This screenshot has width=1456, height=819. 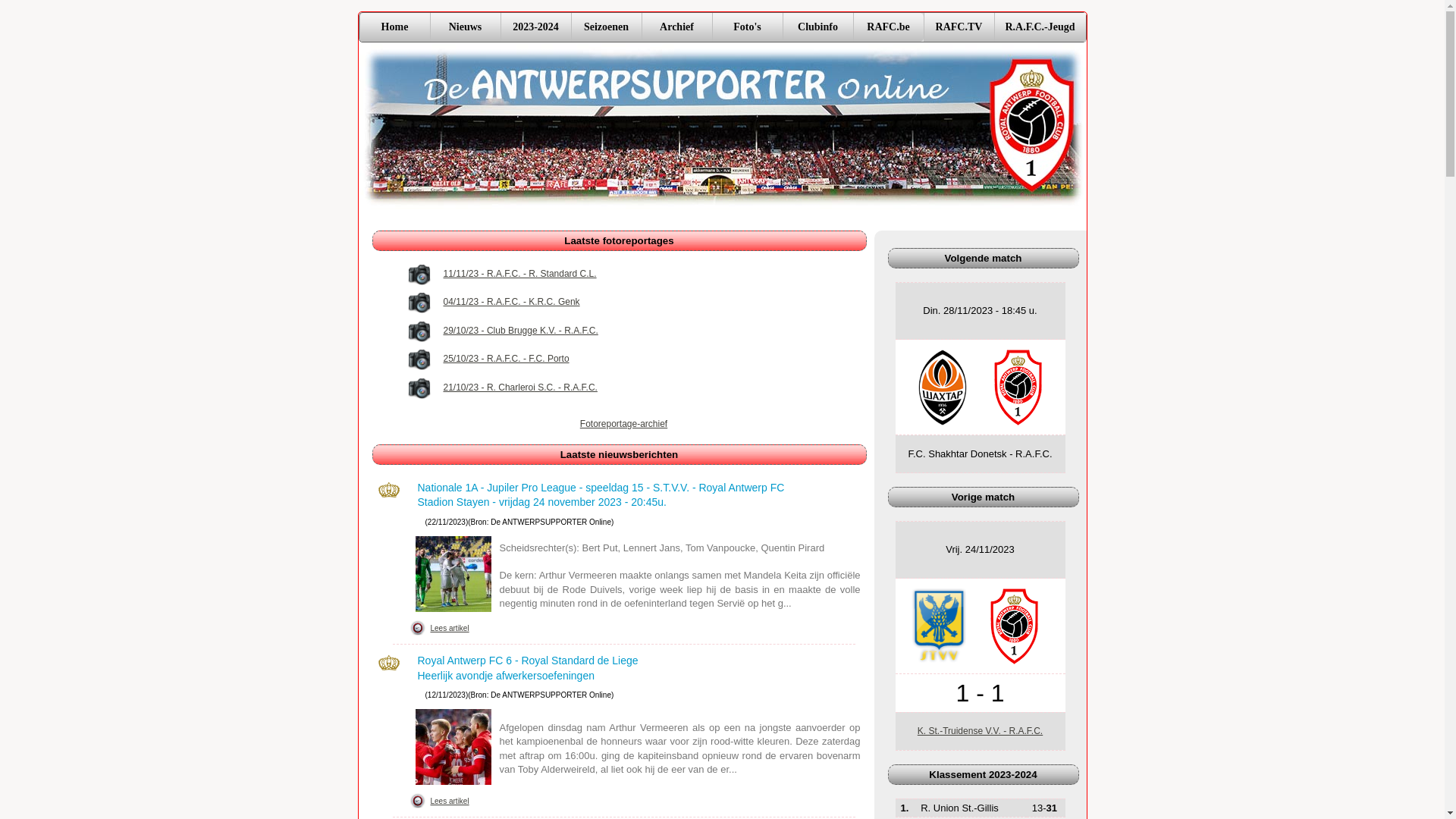 What do you see at coordinates (535, 27) in the screenshot?
I see `'2023-2024'` at bounding box center [535, 27].